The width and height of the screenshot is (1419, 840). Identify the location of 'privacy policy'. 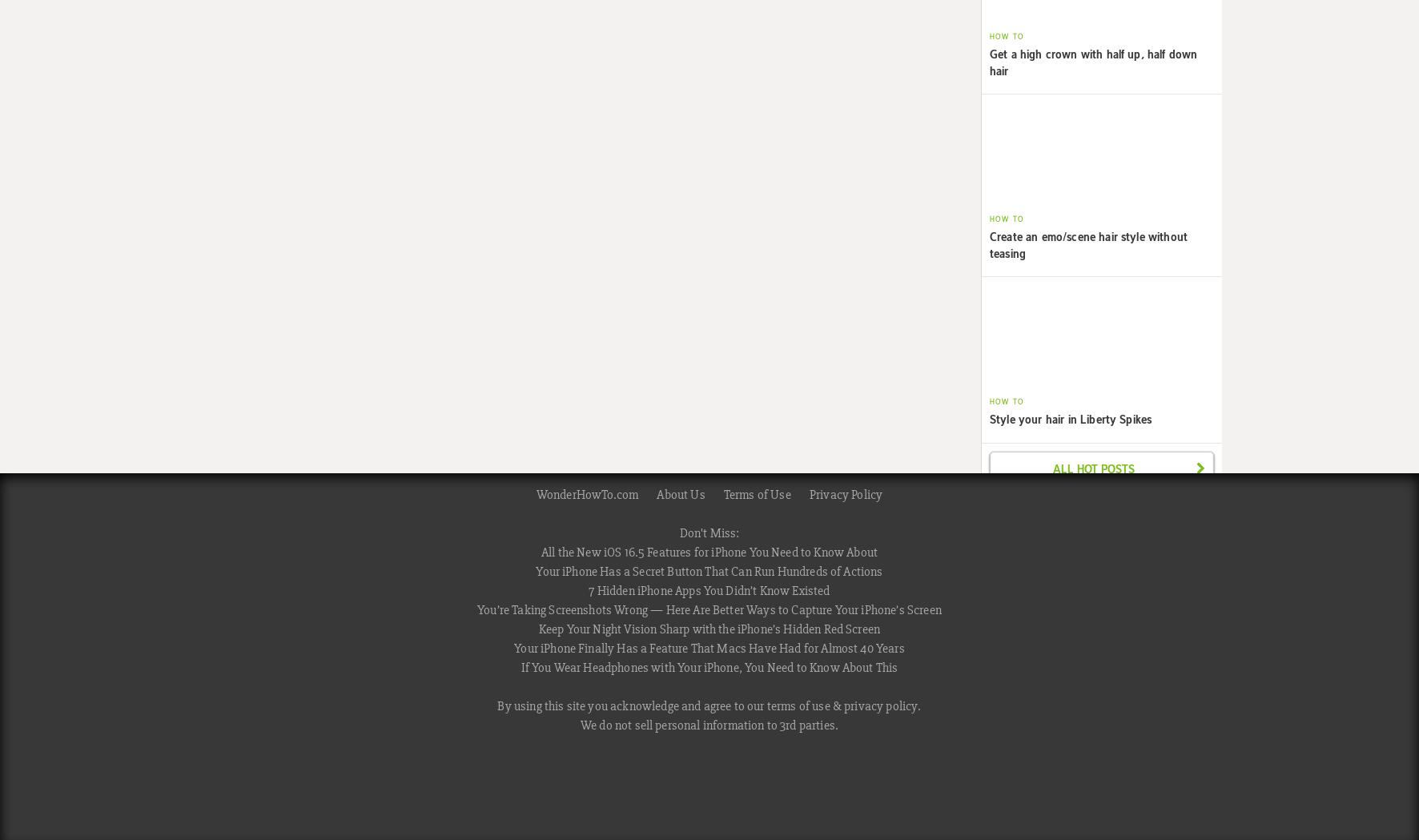
(881, 705).